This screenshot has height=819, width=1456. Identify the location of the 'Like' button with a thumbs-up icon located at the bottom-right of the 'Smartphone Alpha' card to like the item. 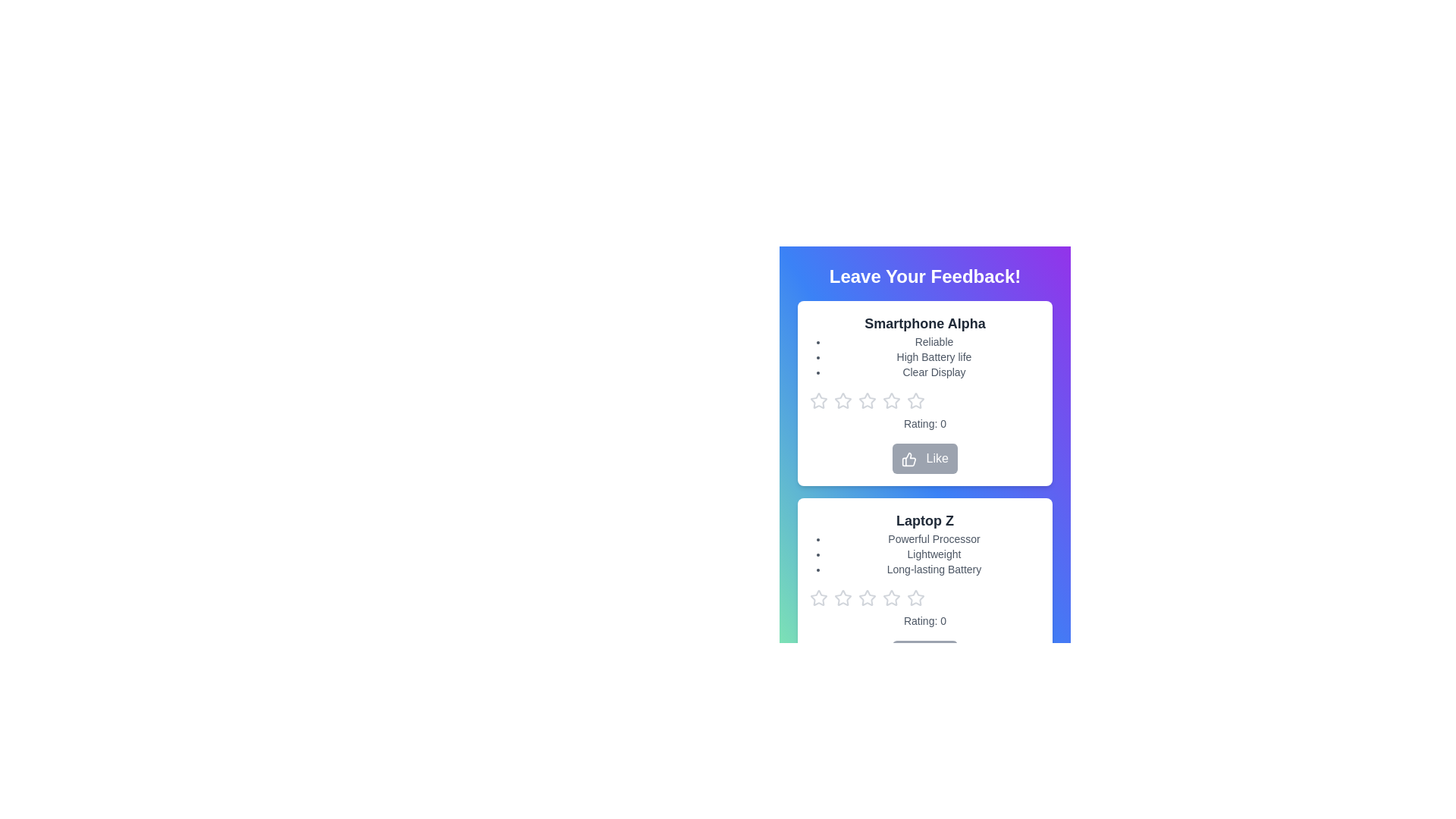
(924, 458).